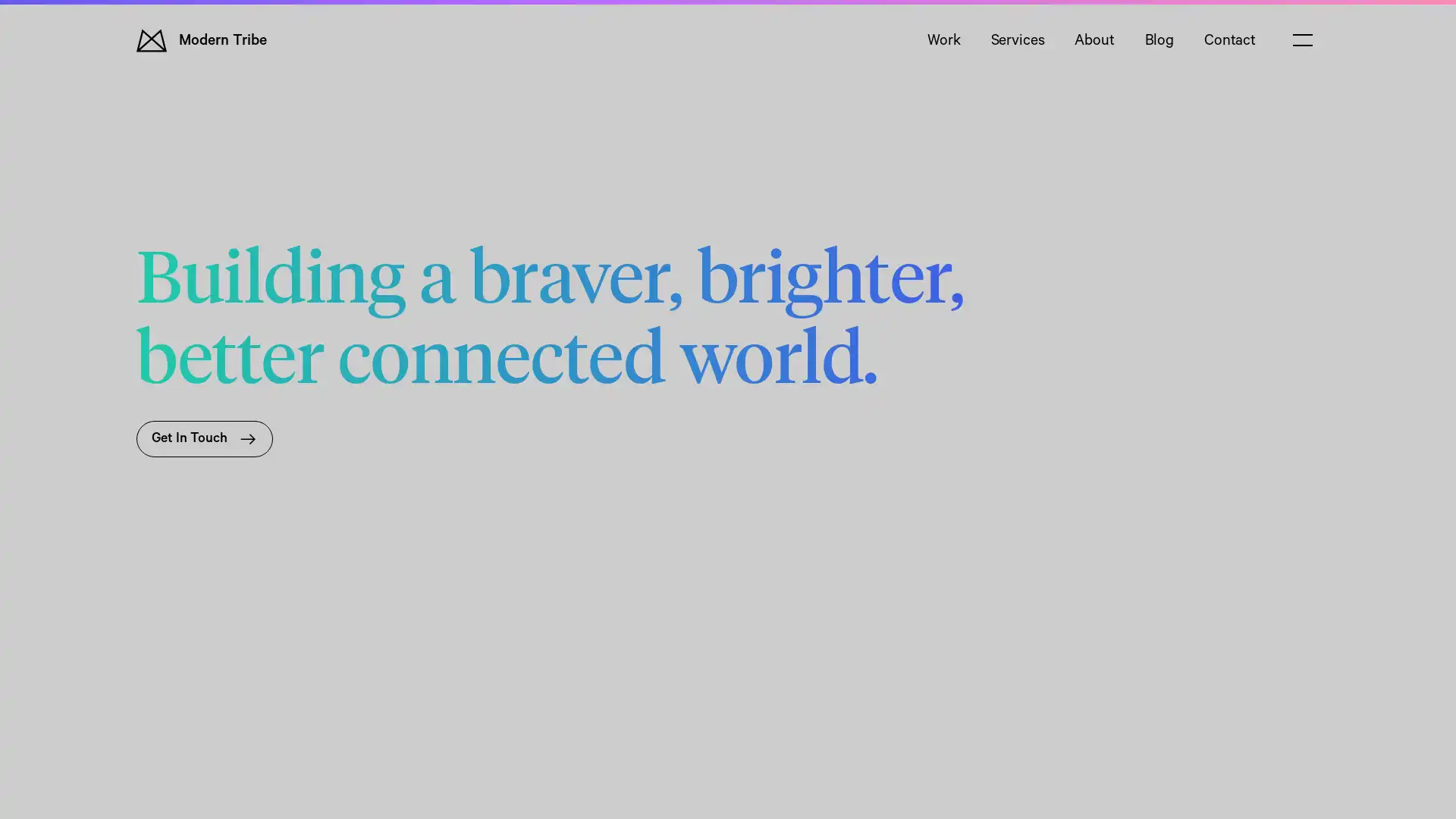 This screenshot has height=819, width=1456. I want to click on Menu Button, so click(1302, 39).